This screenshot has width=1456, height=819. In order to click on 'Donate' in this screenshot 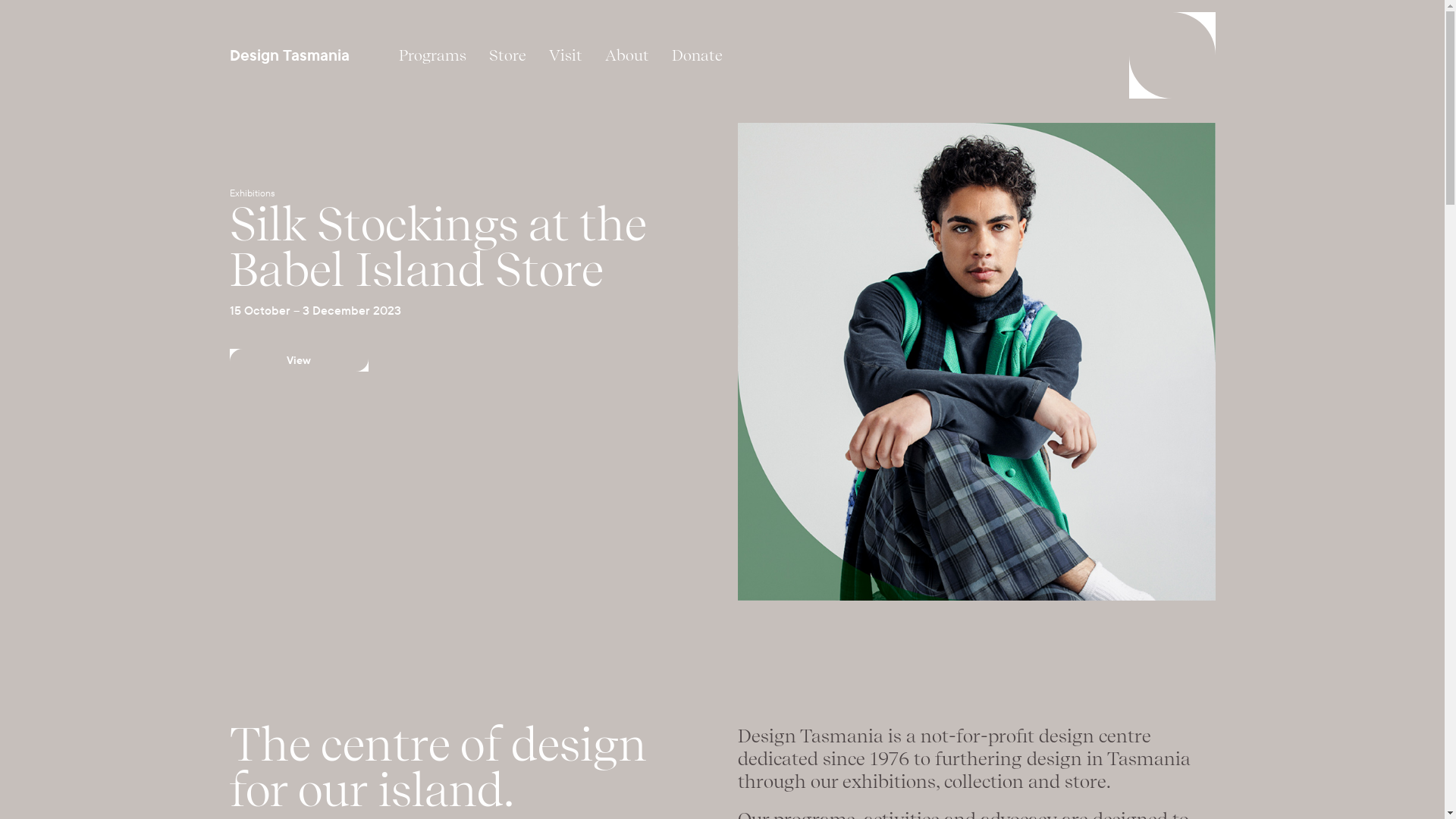, I will do `click(695, 55)`.